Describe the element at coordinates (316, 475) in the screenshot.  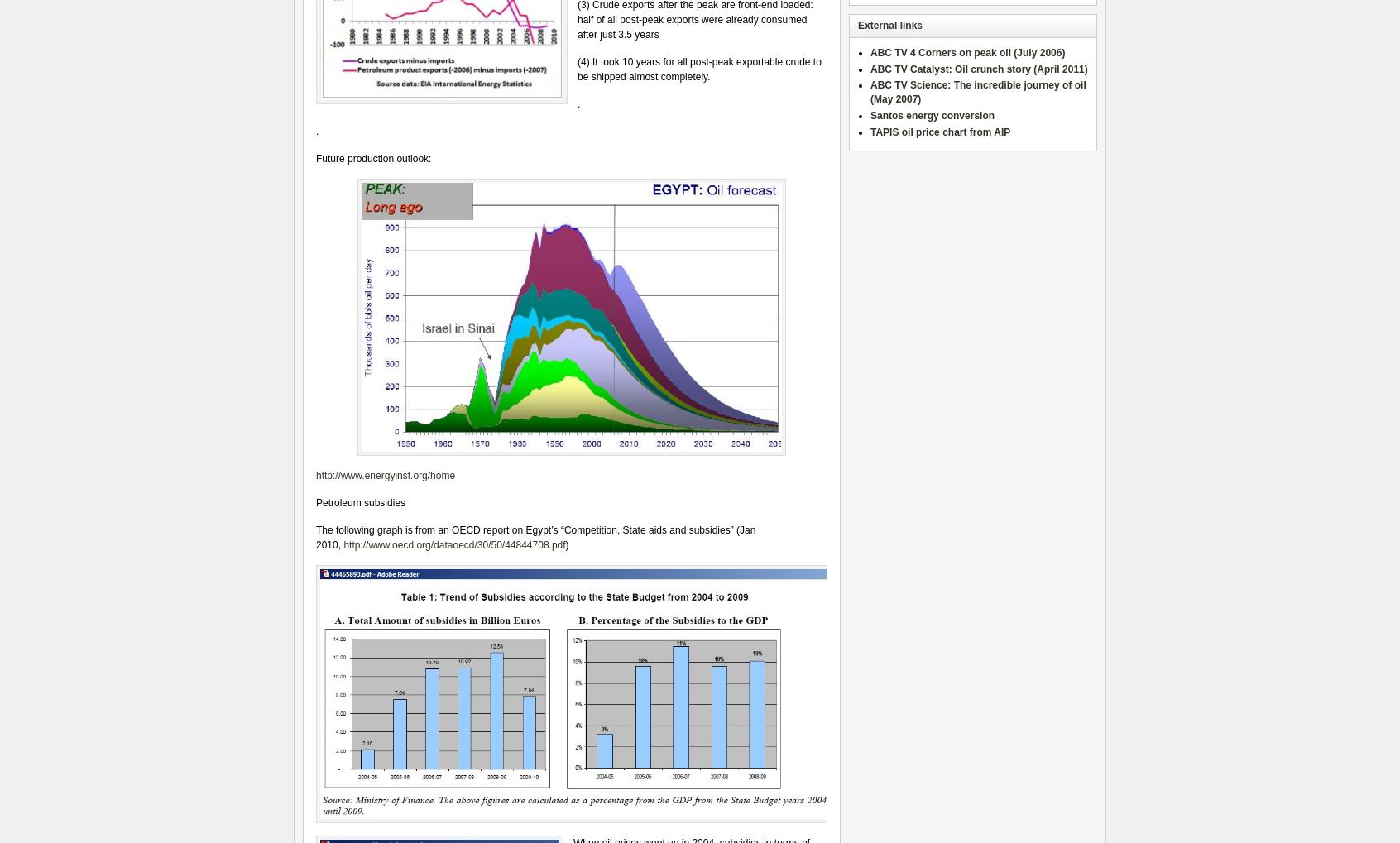
I see `'http://www.energyinst.org/home'` at that location.